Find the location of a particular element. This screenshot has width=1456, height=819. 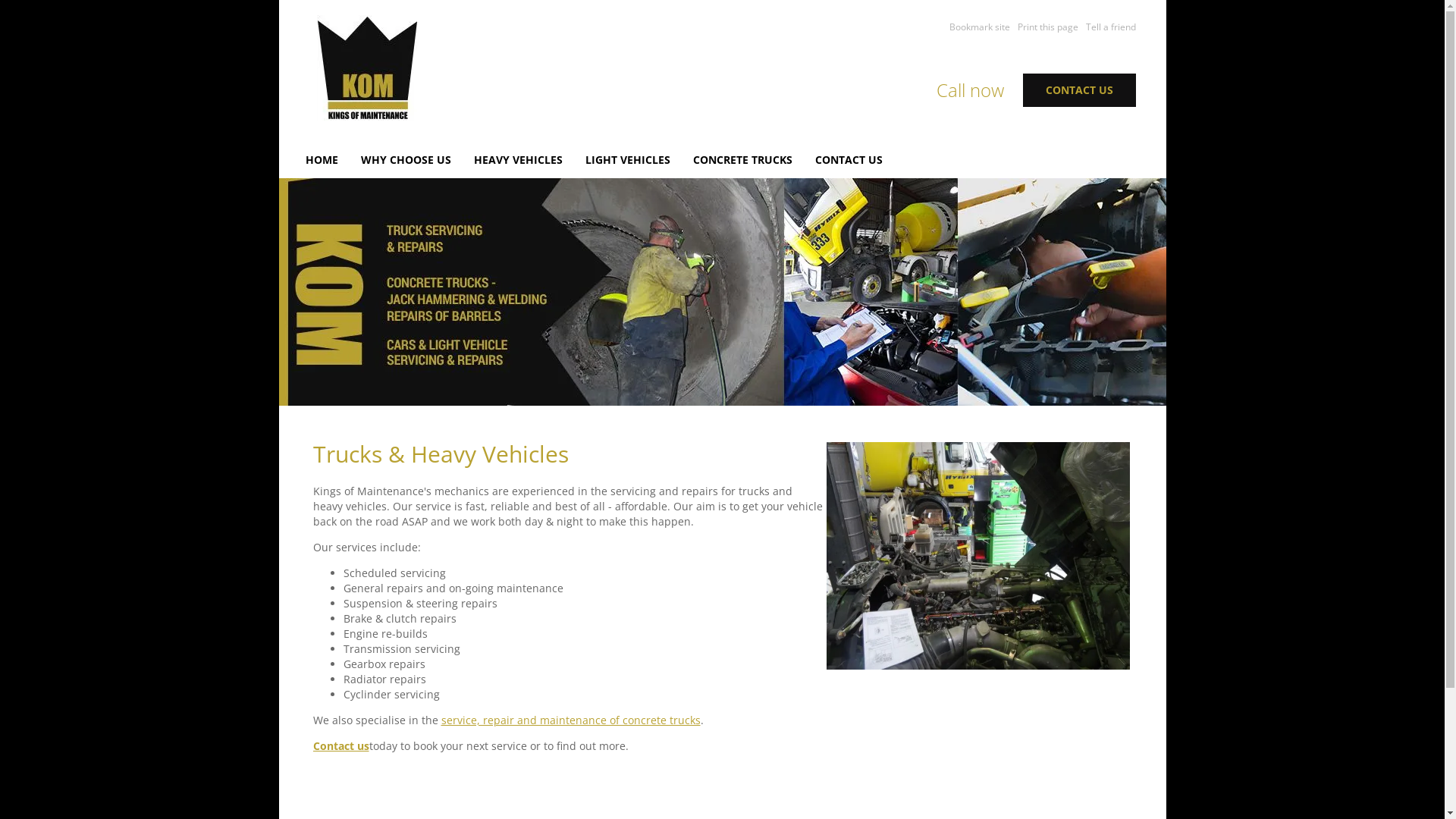

'Contact us' is located at coordinates (340, 745).